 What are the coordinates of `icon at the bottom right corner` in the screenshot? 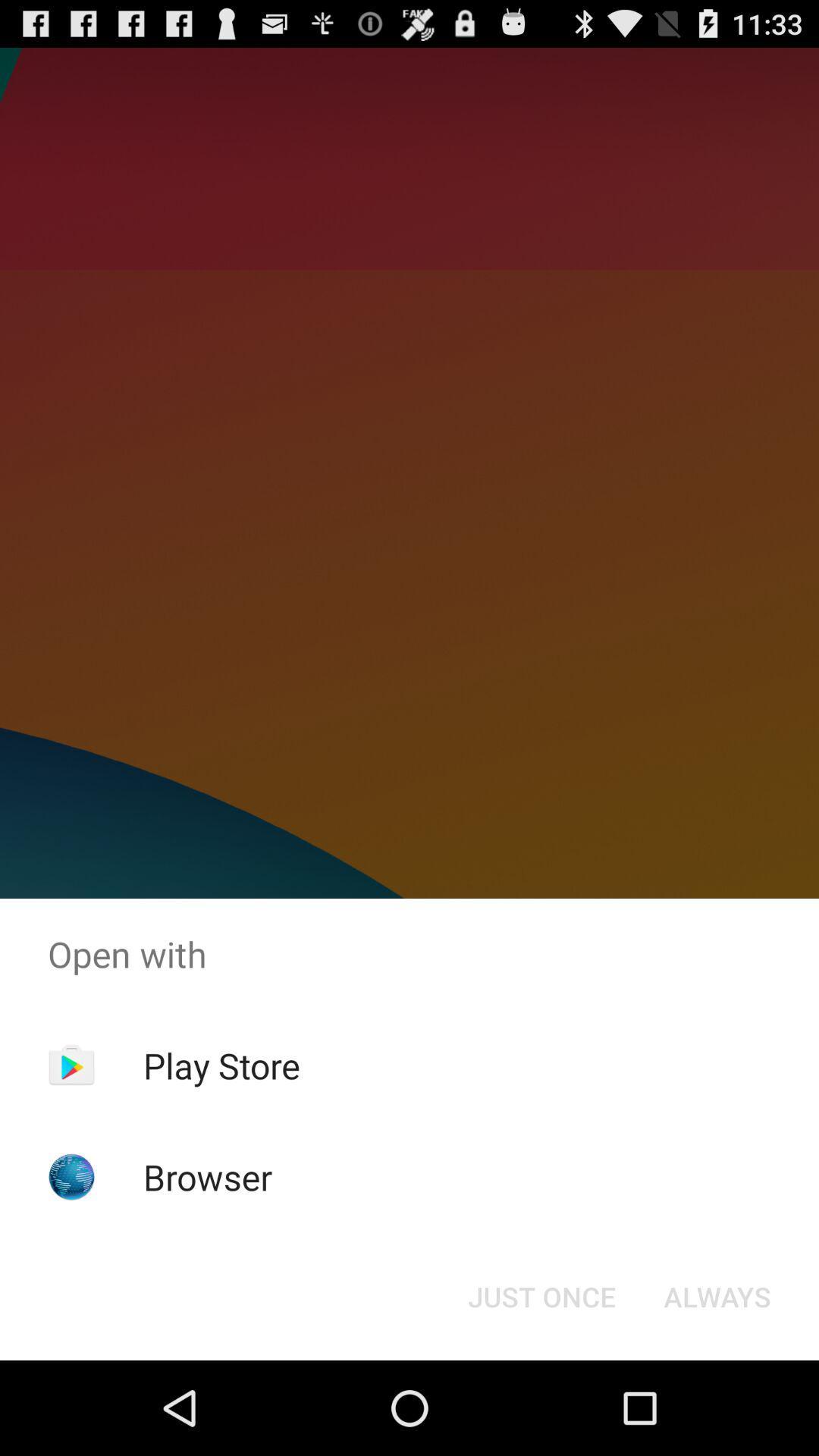 It's located at (717, 1295).